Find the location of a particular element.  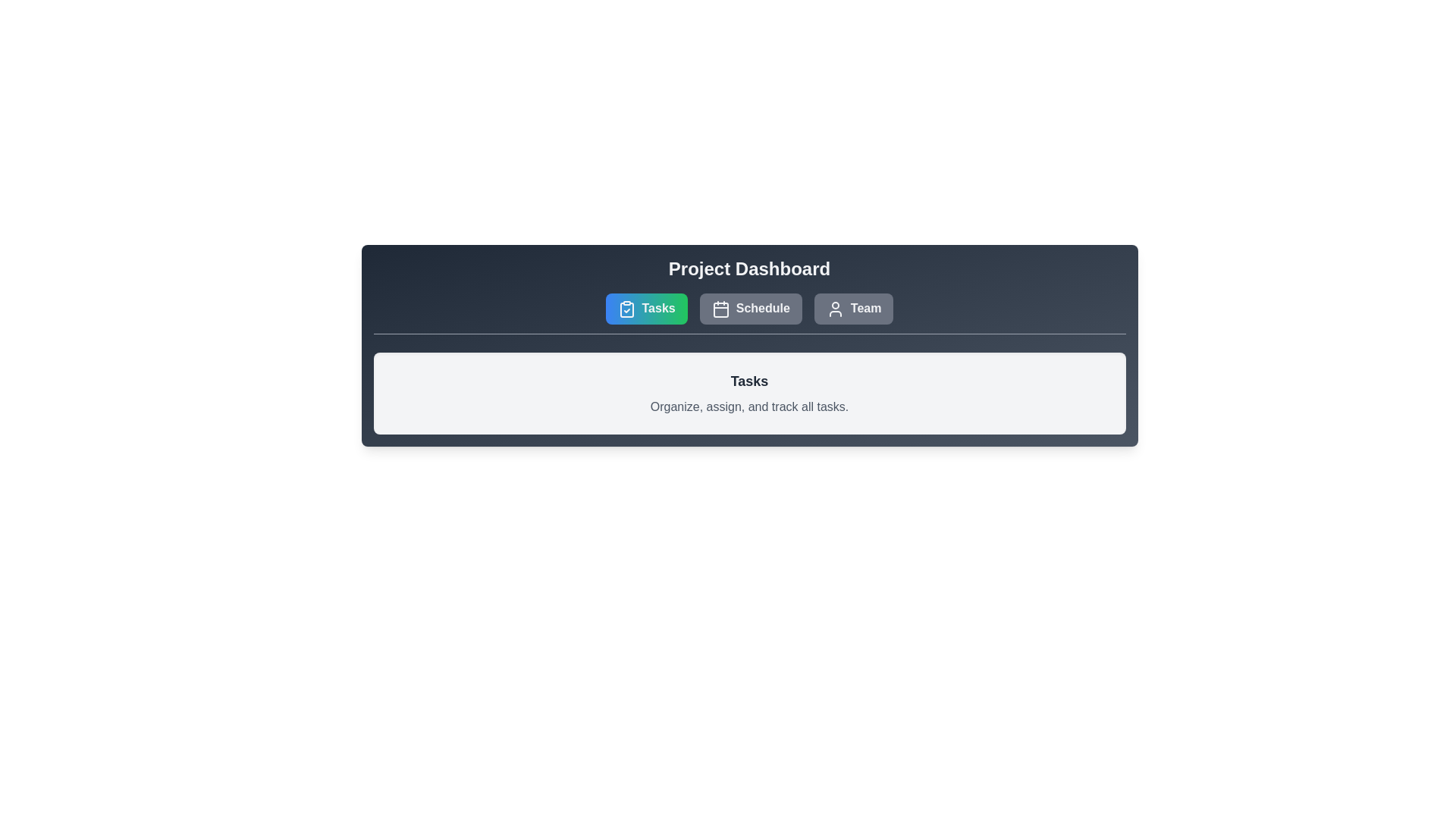

the user icon within the 'Team' button, which is the third button from the left under the 'Project Dashboard' header is located at coordinates (834, 308).